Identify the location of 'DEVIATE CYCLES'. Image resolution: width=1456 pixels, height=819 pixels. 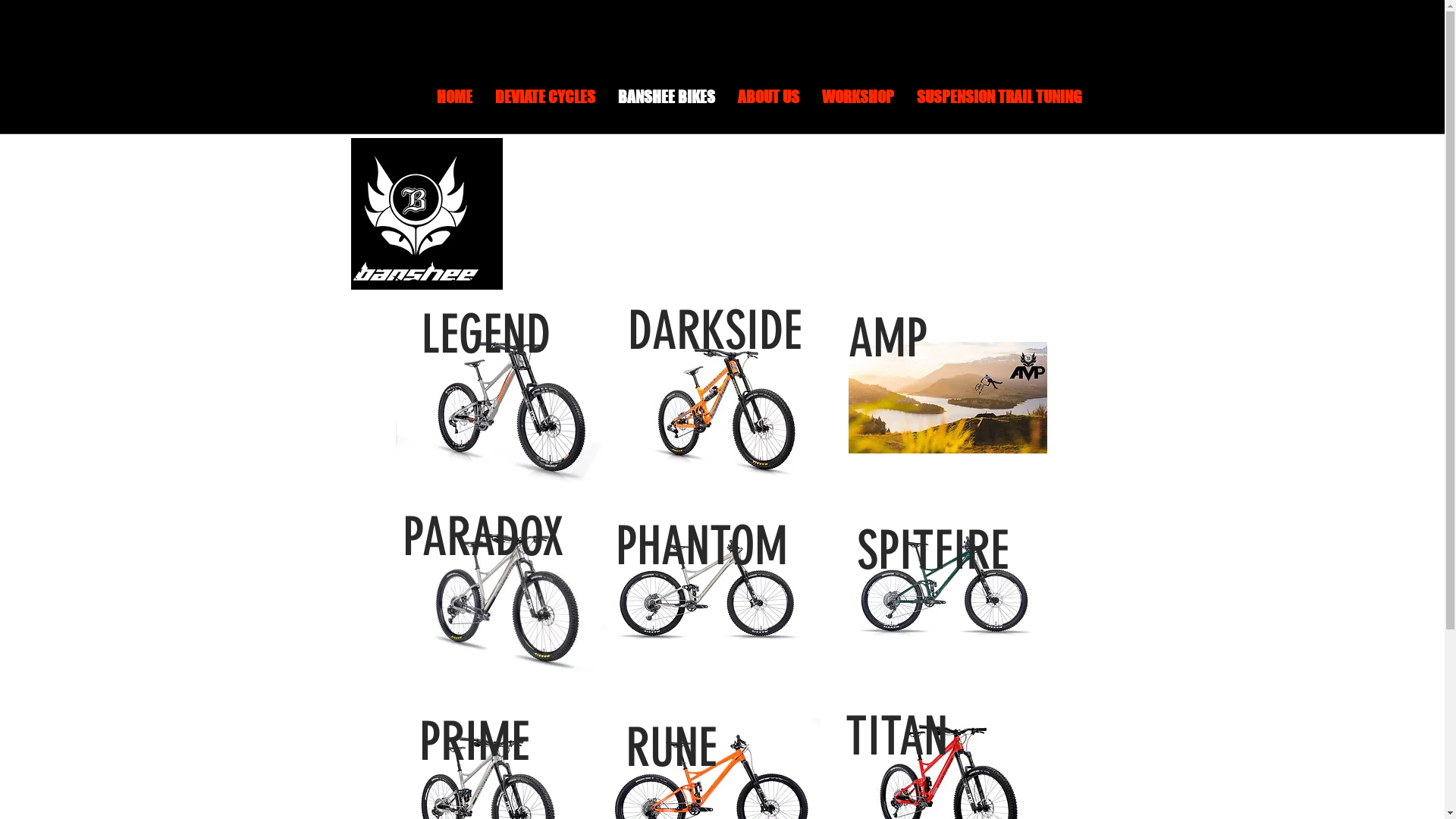
(545, 106).